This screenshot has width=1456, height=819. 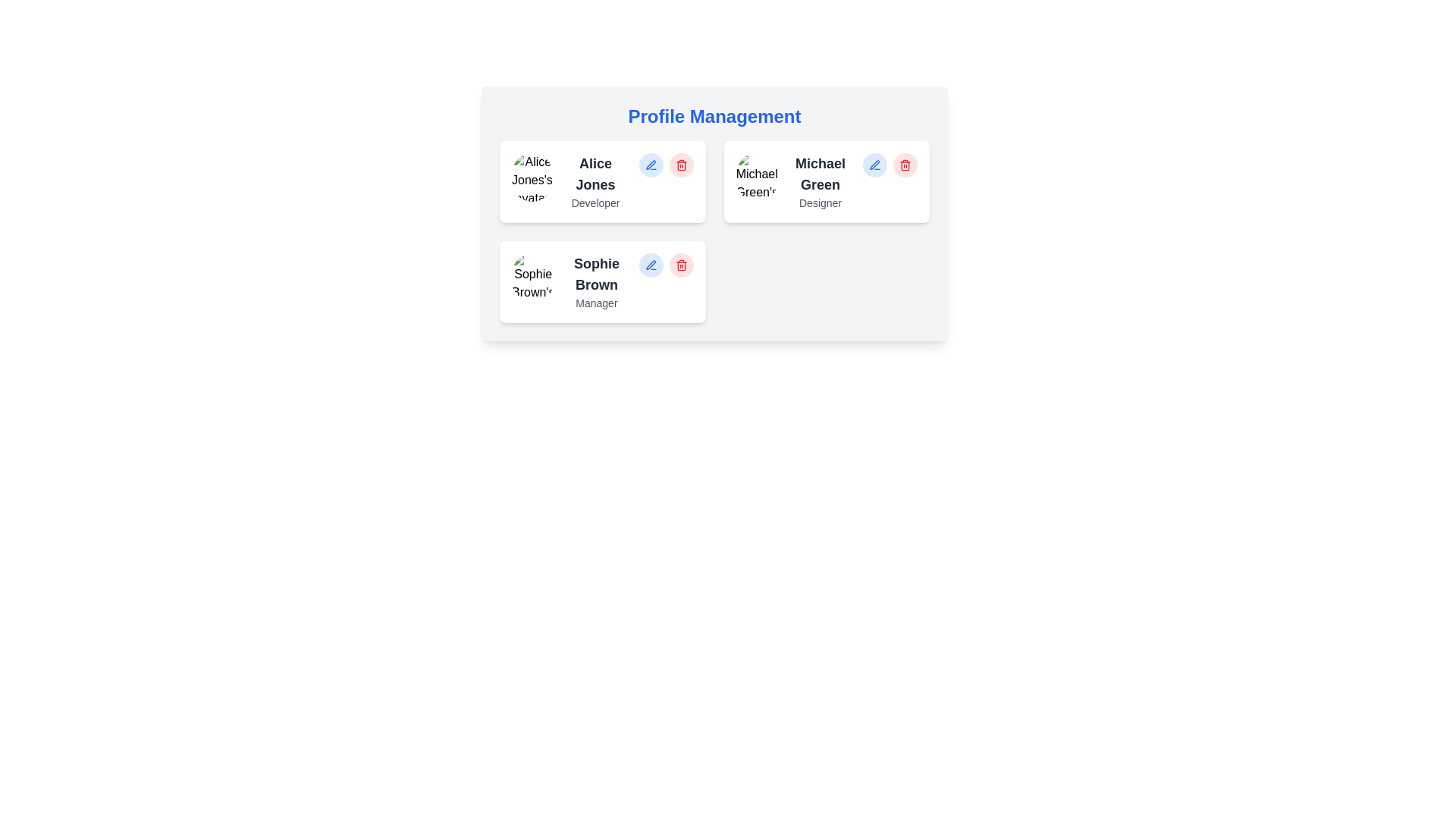 What do you see at coordinates (666, 165) in the screenshot?
I see `the interactive button group associated with the user profile 'Alice Jones', which contains editing and deletion buttons` at bounding box center [666, 165].